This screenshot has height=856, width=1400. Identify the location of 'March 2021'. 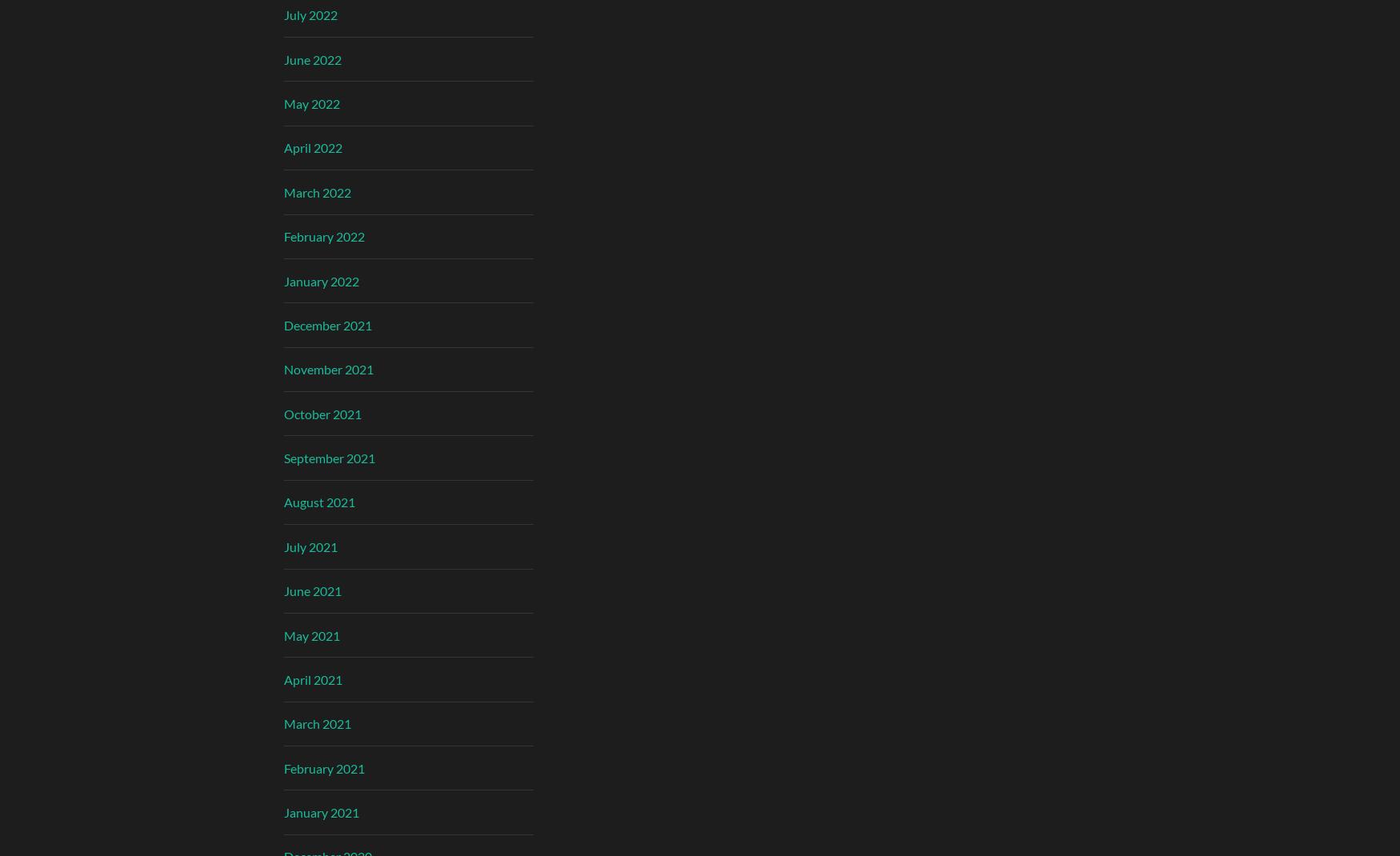
(317, 722).